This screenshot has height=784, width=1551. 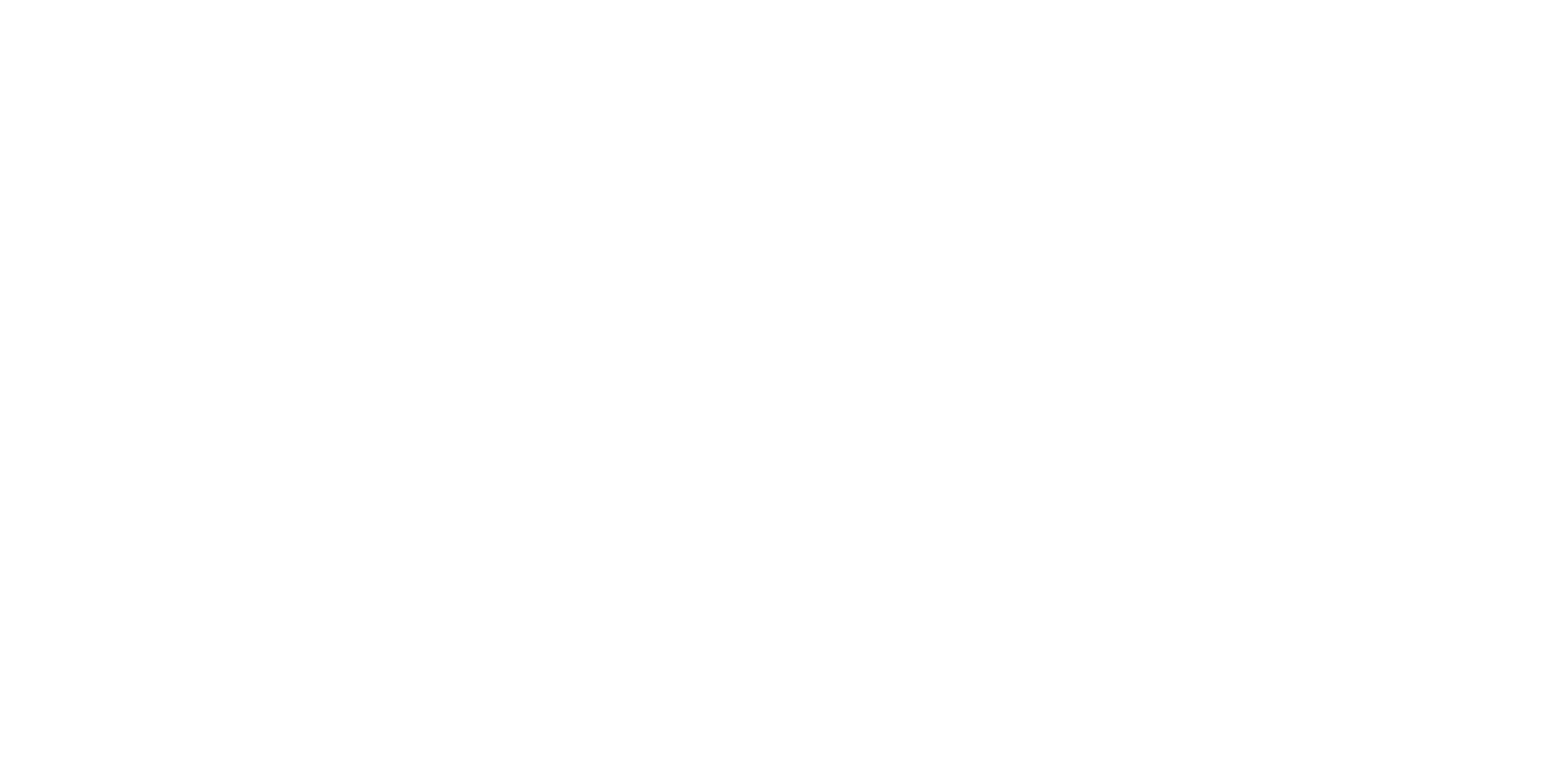 I want to click on 'August 2010', so click(x=1019, y=55).